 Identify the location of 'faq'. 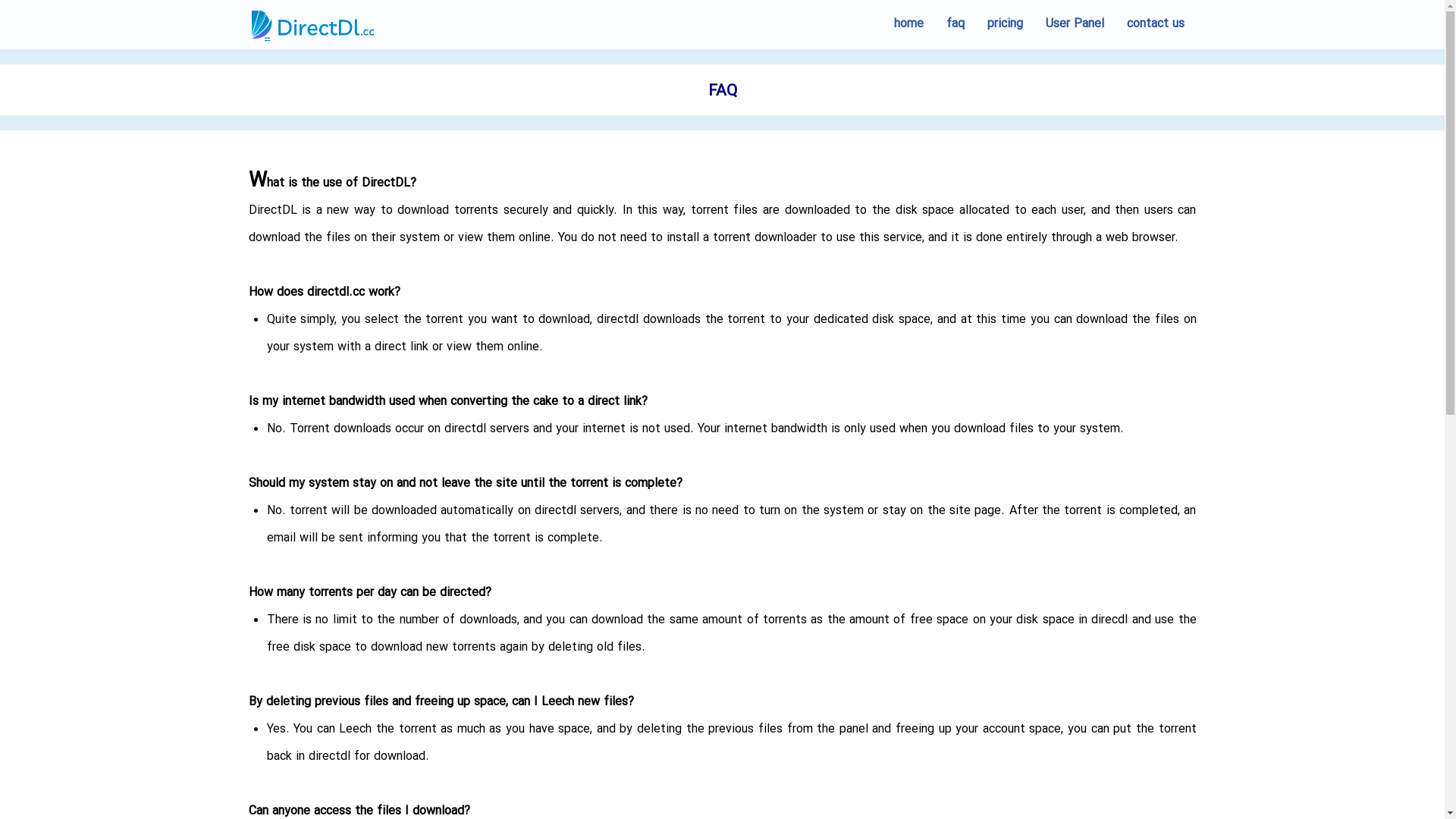
(953, 24).